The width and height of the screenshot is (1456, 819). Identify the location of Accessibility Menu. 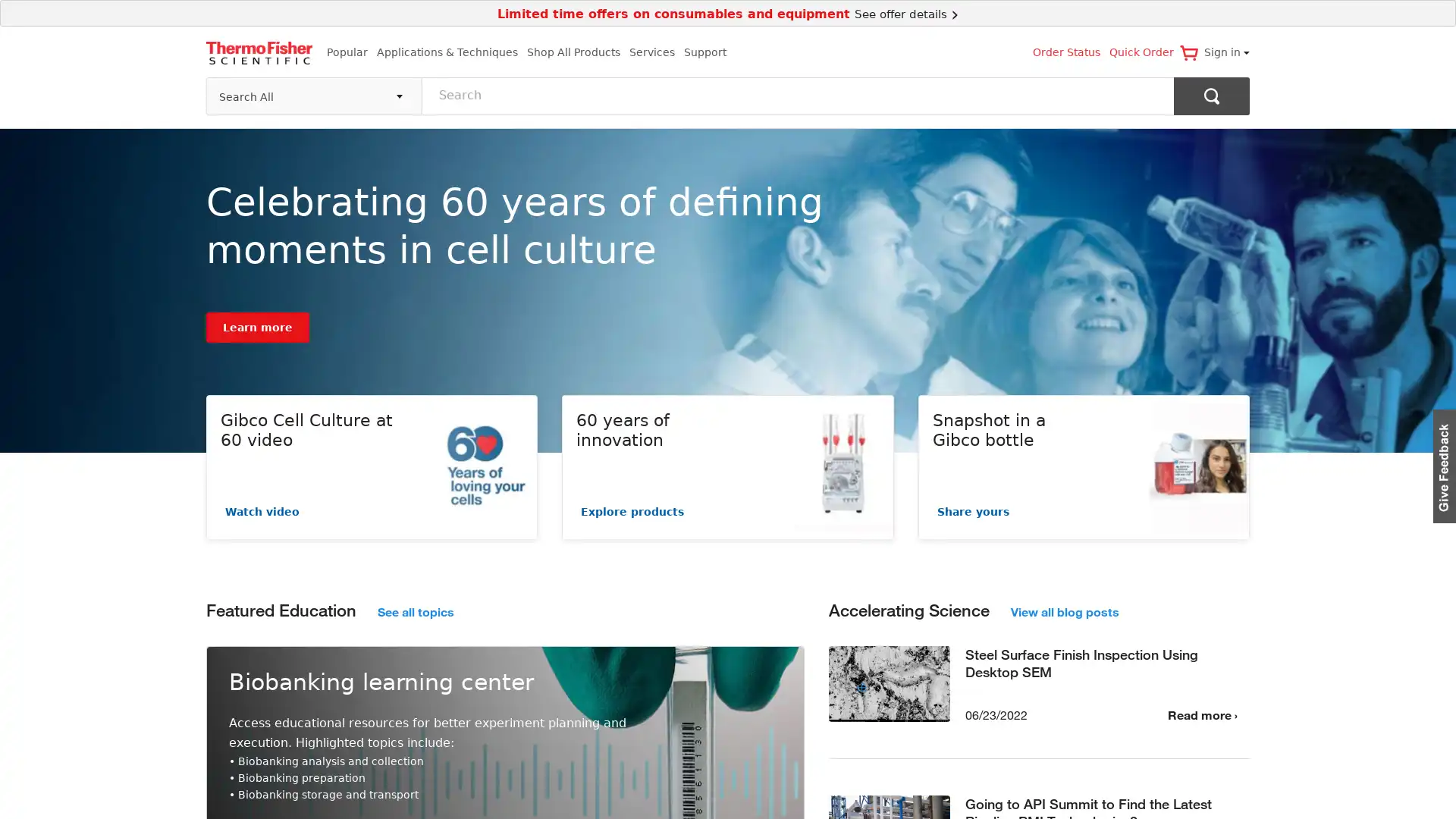
(27, 791).